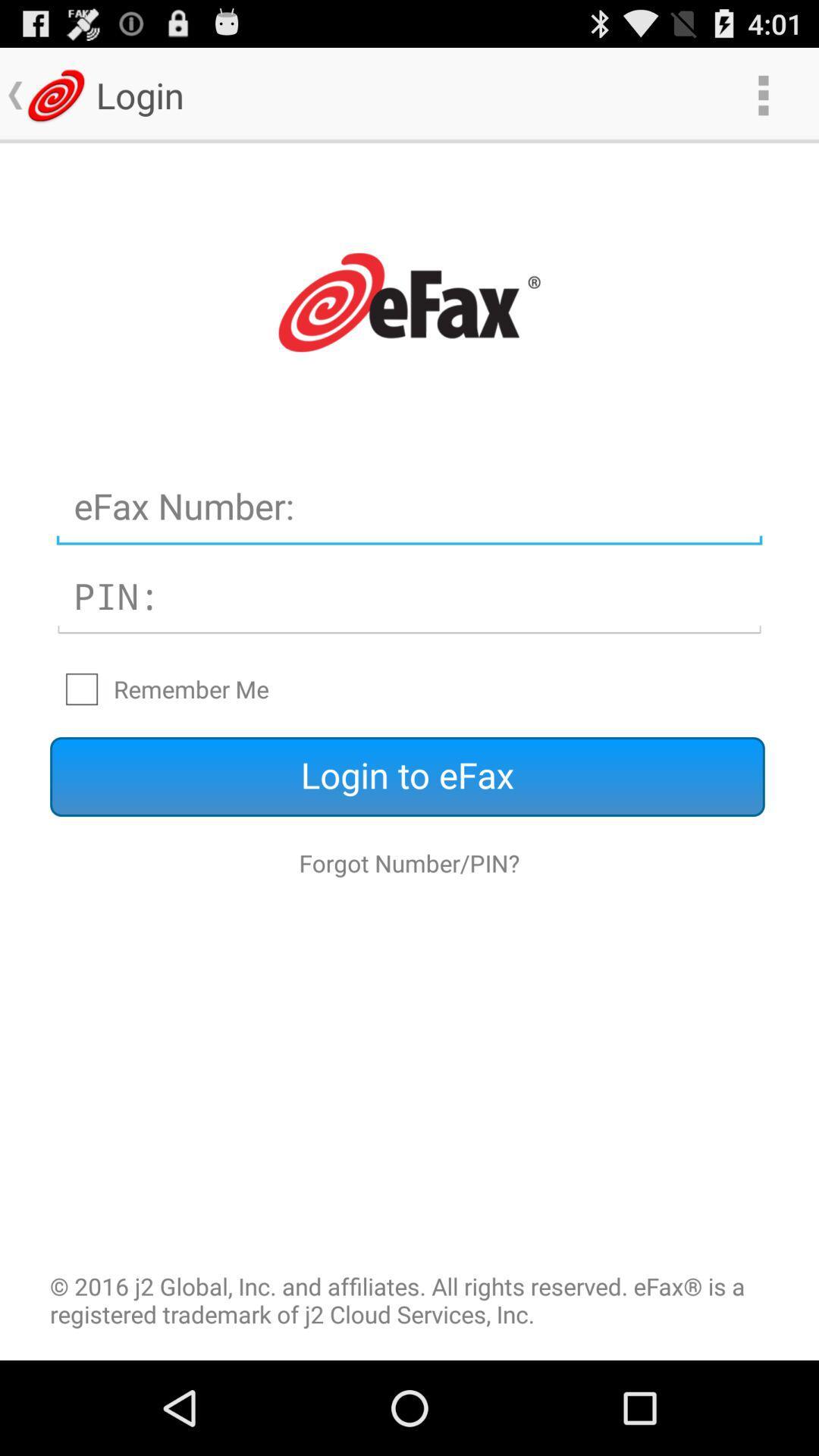 The height and width of the screenshot is (1456, 819). I want to click on the more icon, so click(763, 94).